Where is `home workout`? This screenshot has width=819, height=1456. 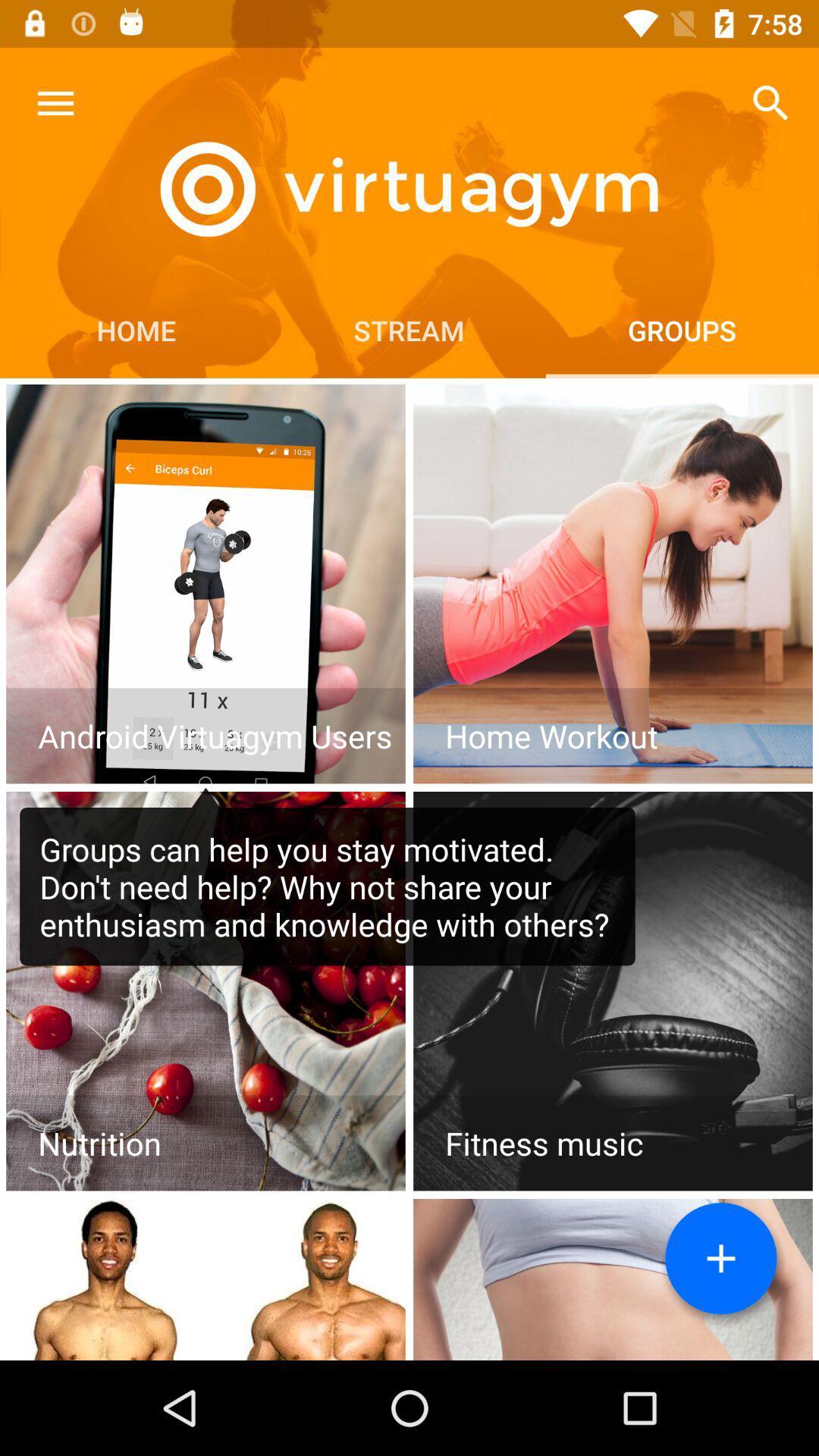
home workout is located at coordinates (612, 583).